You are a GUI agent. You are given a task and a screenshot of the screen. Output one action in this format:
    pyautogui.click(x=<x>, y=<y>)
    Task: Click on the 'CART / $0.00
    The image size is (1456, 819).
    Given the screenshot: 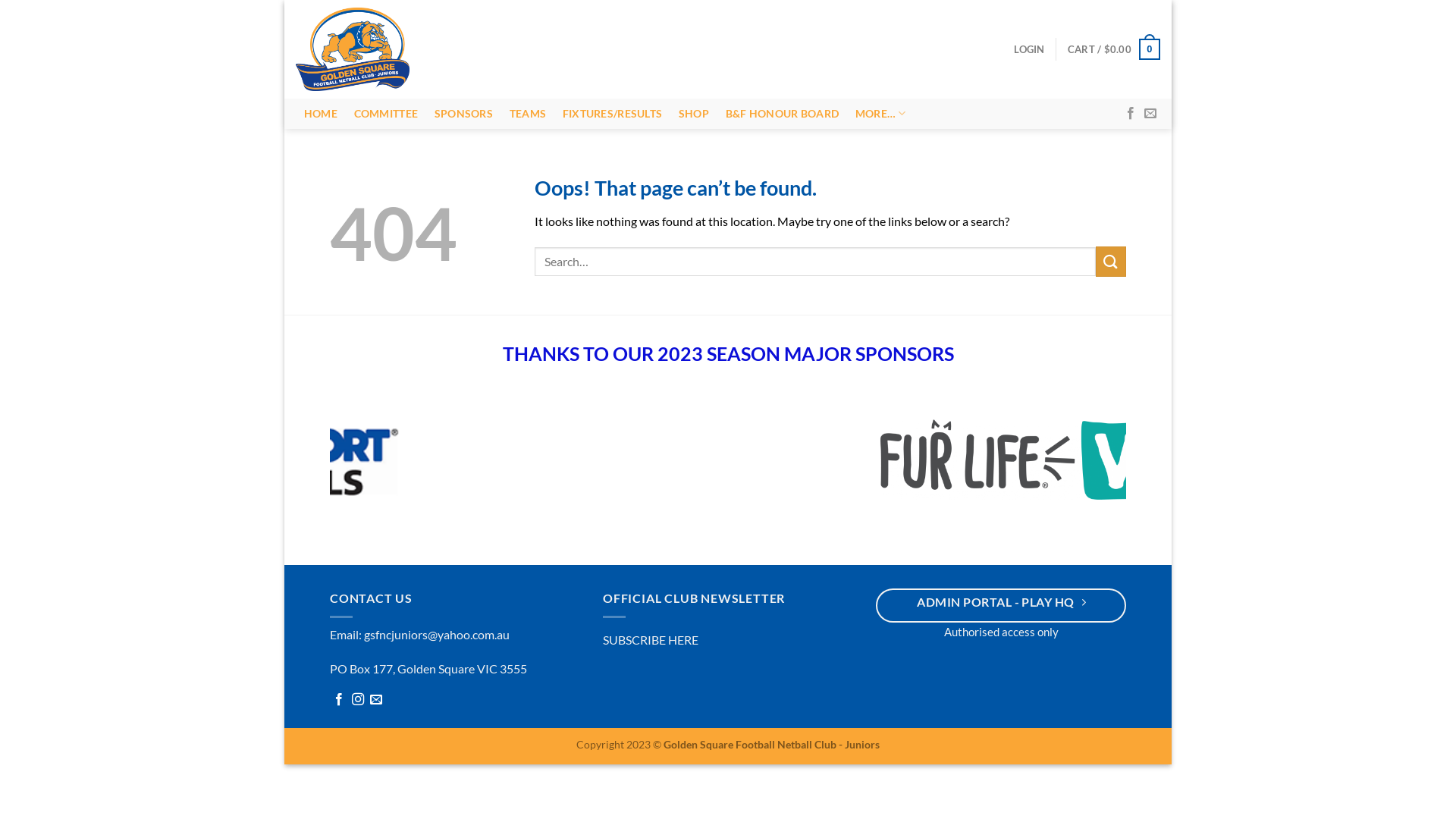 What is the action you would take?
    pyautogui.click(x=1066, y=49)
    